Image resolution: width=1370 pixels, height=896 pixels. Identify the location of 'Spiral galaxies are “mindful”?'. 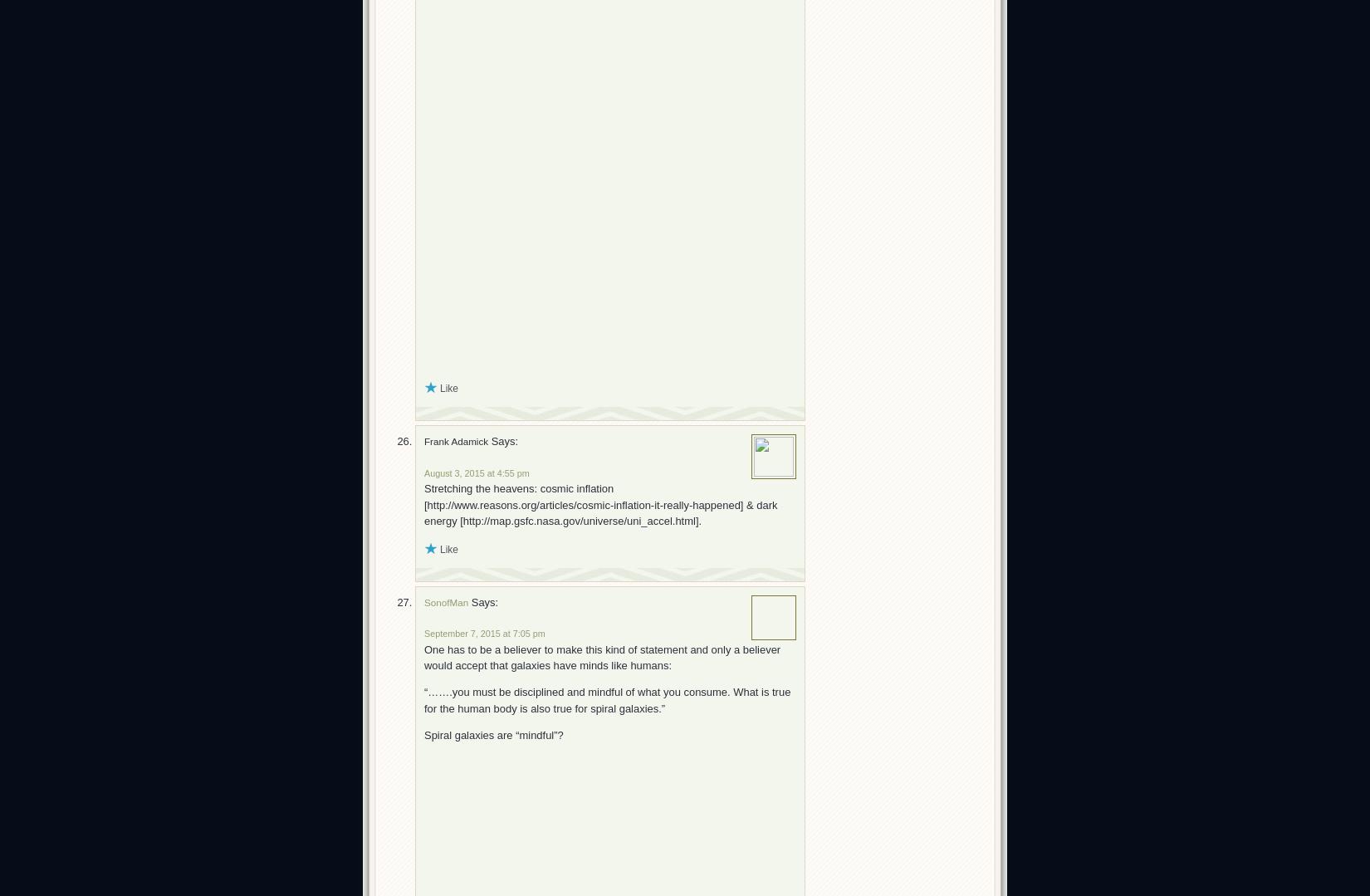
(492, 734).